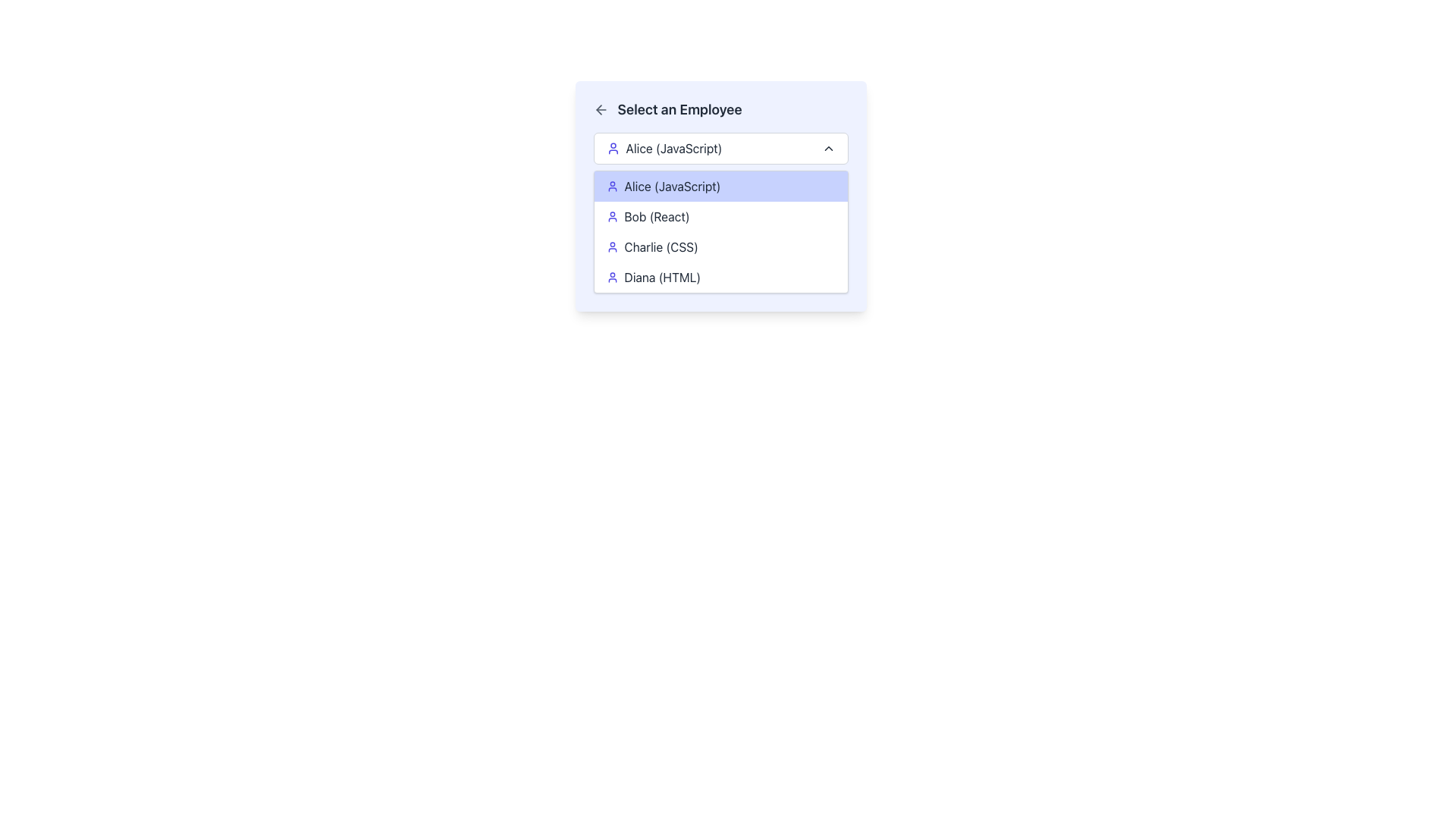 The height and width of the screenshot is (819, 1456). Describe the element at coordinates (720, 246) in the screenshot. I see `the 'Charlie (CSS)' option in the dropdown menu` at that location.